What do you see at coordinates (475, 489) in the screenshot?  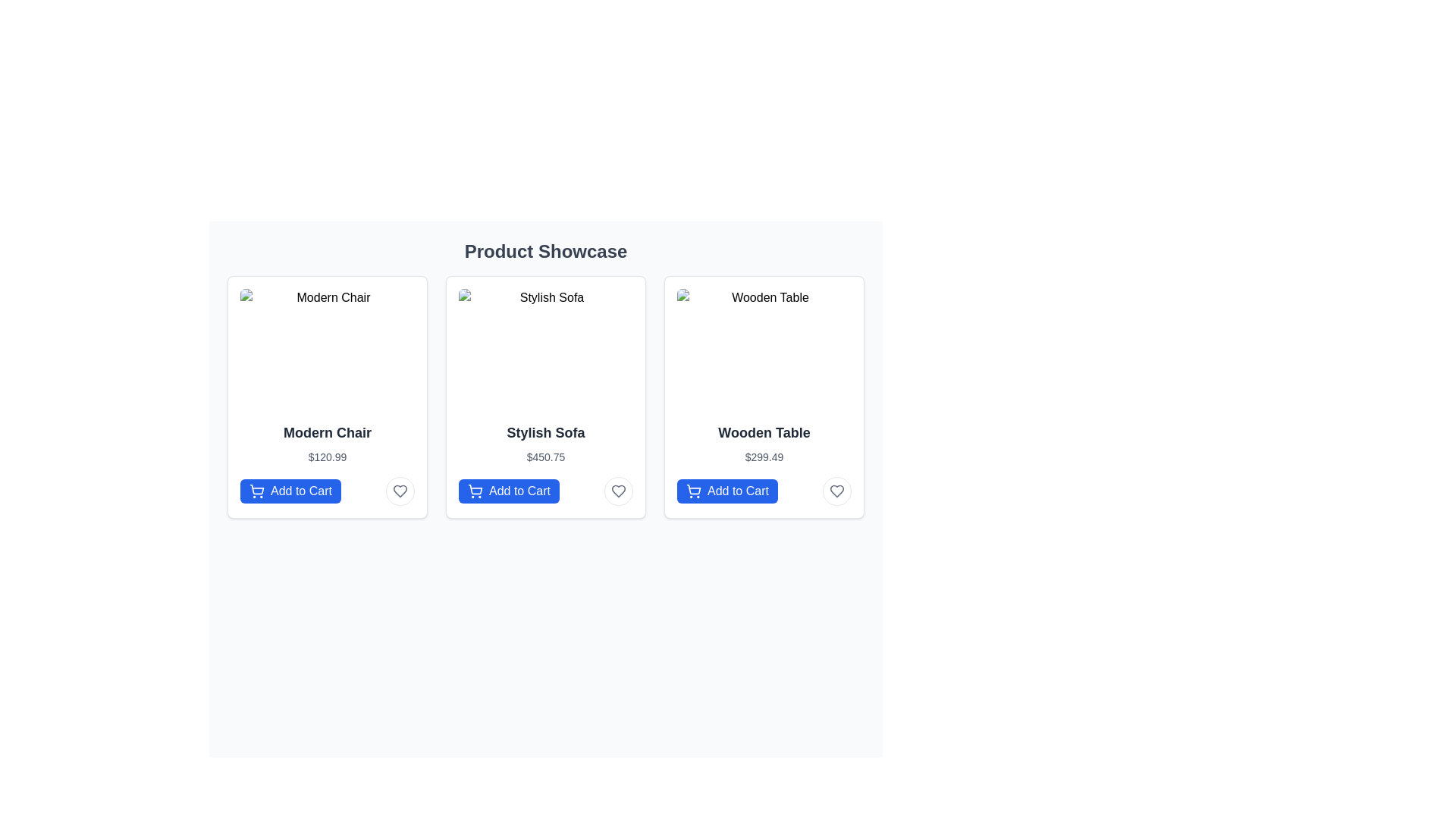 I see `the graphical representation of the shopping cart icon associated with the 'Add to Cart' button for the 'Stylish Sofa' product in the second product card of the middle row` at bounding box center [475, 489].